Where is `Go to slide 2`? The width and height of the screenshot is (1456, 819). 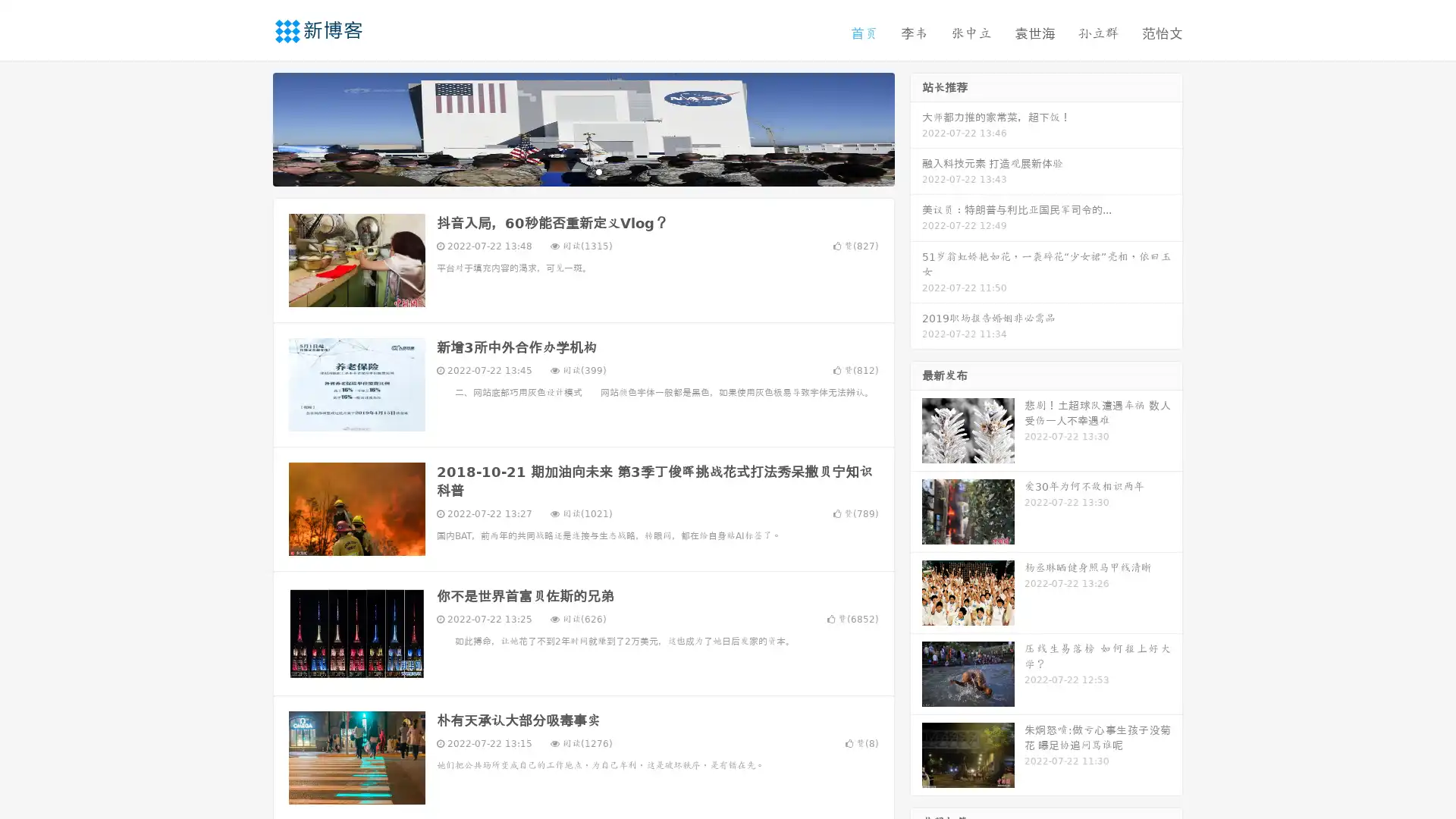 Go to slide 2 is located at coordinates (582, 171).